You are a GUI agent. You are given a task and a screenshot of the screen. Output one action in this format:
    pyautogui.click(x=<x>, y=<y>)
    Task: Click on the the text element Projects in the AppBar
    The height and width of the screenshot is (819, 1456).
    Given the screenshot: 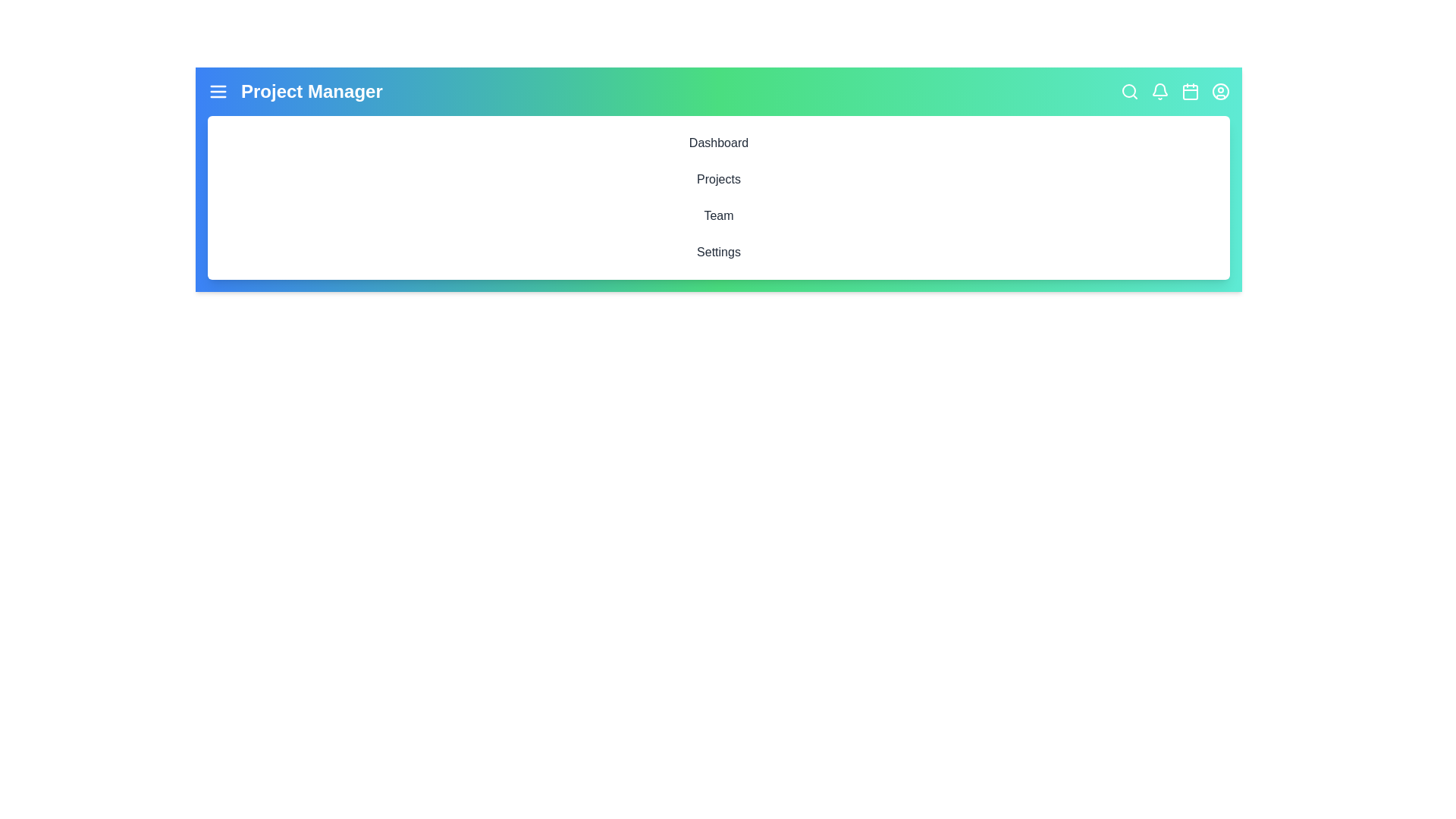 What is the action you would take?
    pyautogui.click(x=718, y=178)
    